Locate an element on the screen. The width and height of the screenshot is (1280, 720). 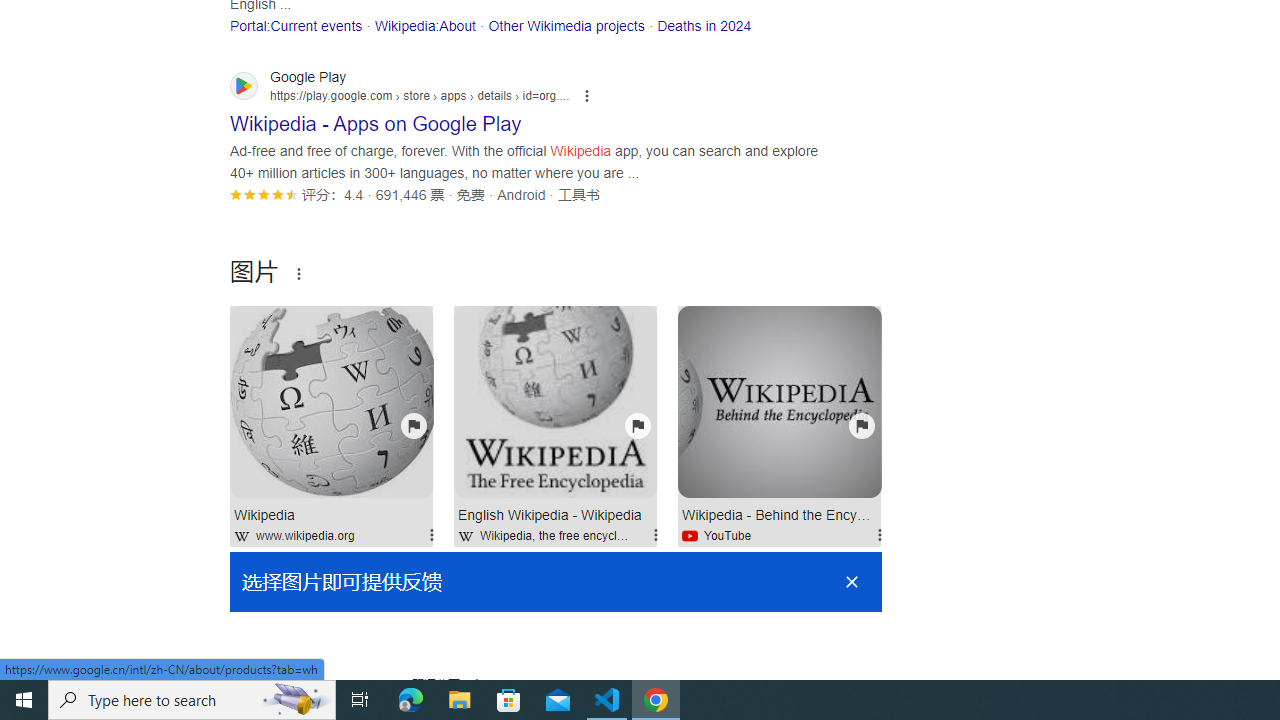
'Deaths in 2024' is located at coordinates (704, 25).